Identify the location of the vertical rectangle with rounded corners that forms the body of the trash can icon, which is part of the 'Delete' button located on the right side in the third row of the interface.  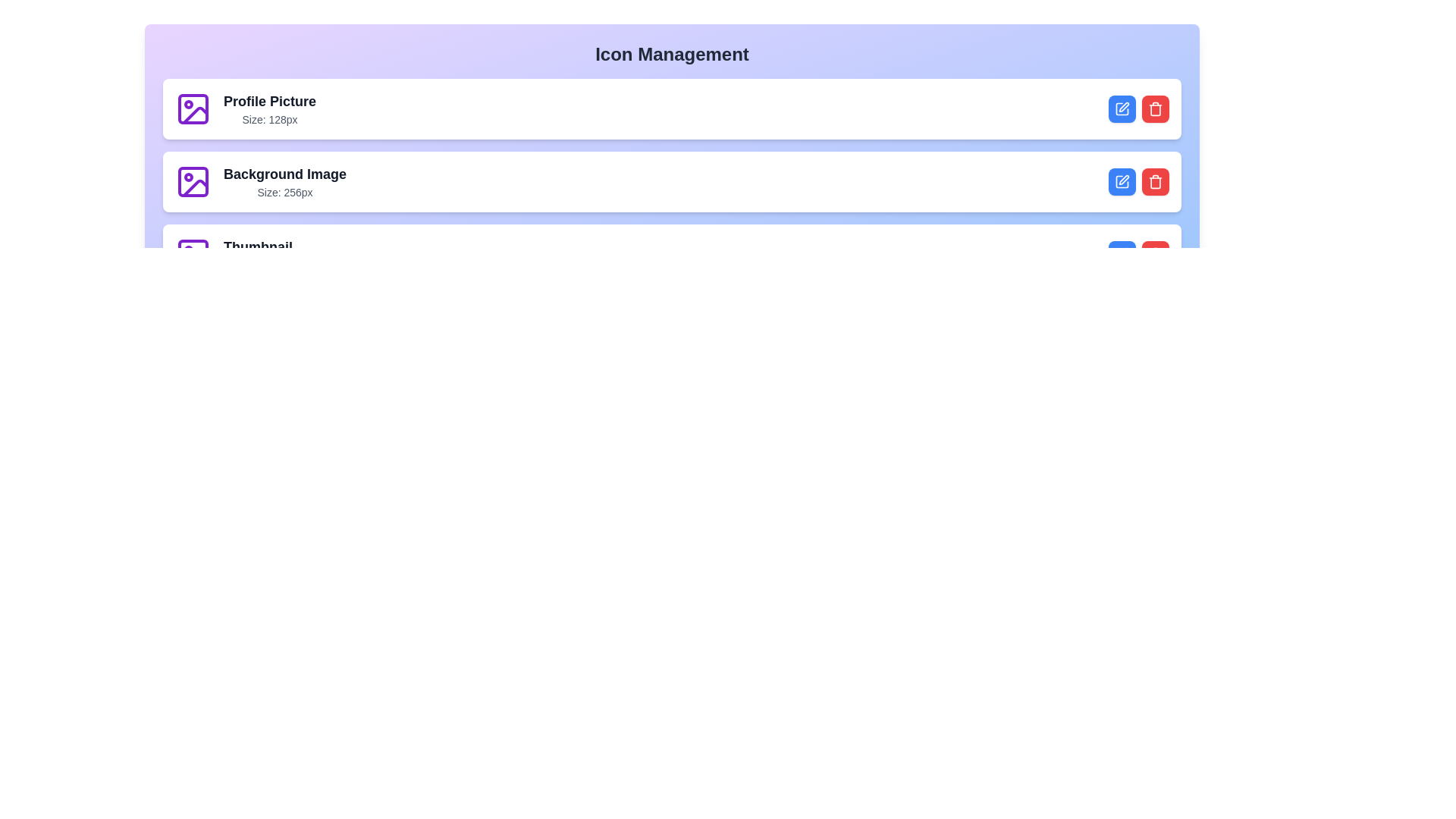
(1154, 254).